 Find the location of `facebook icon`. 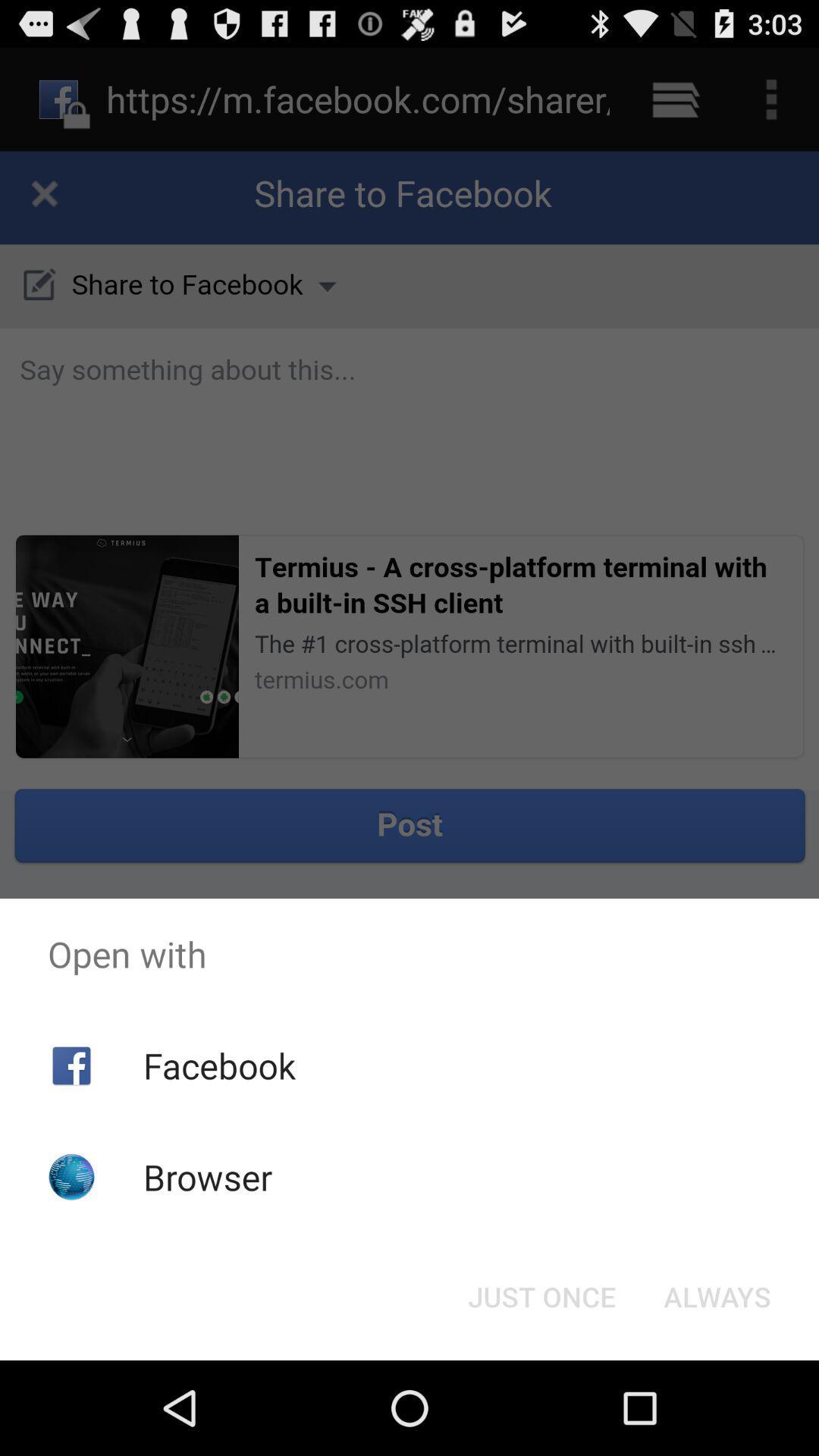

facebook icon is located at coordinates (219, 1065).